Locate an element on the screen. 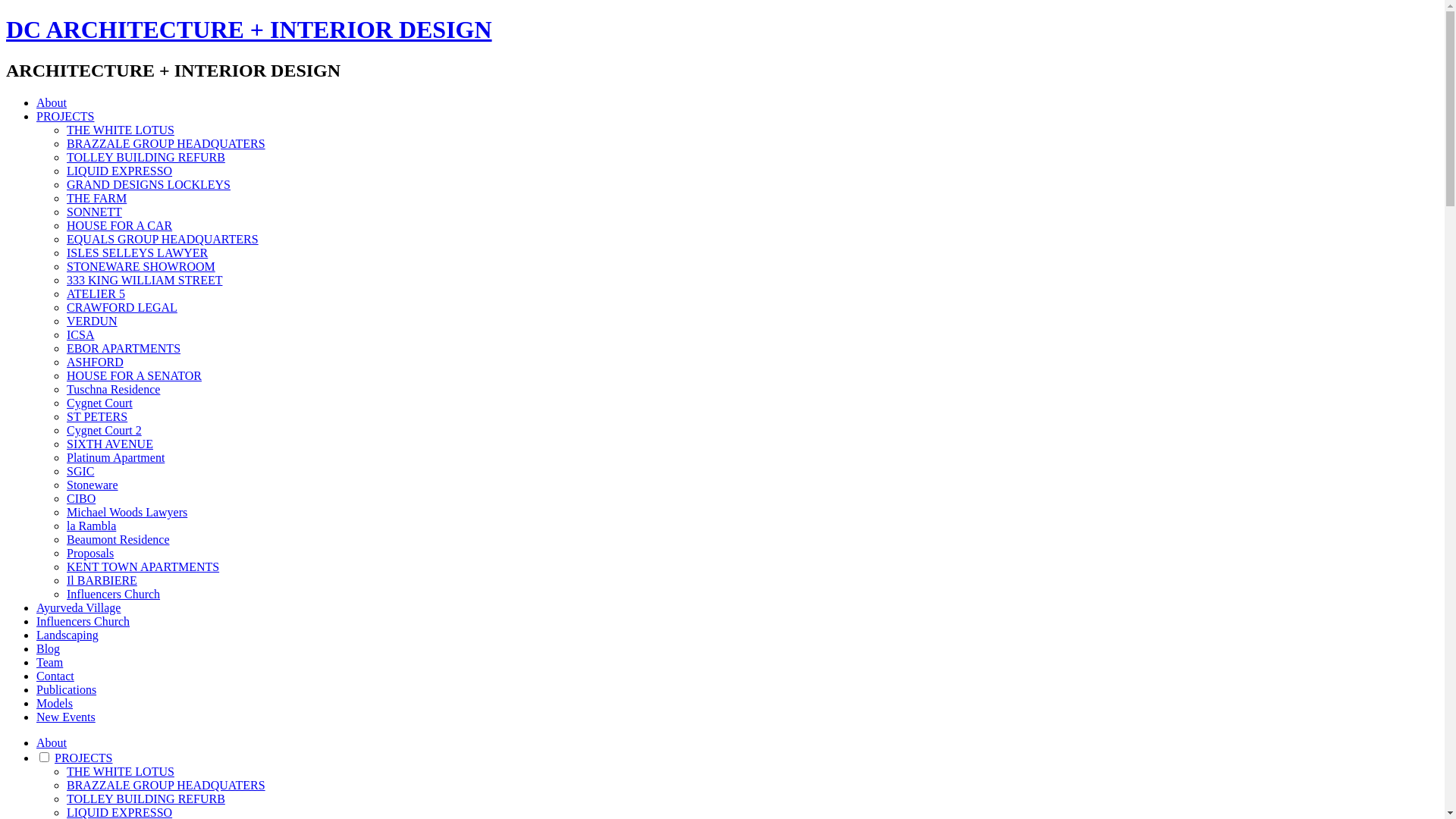 The image size is (1456, 819). 'HOUSE FOR A CAR' is located at coordinates (118, 225).